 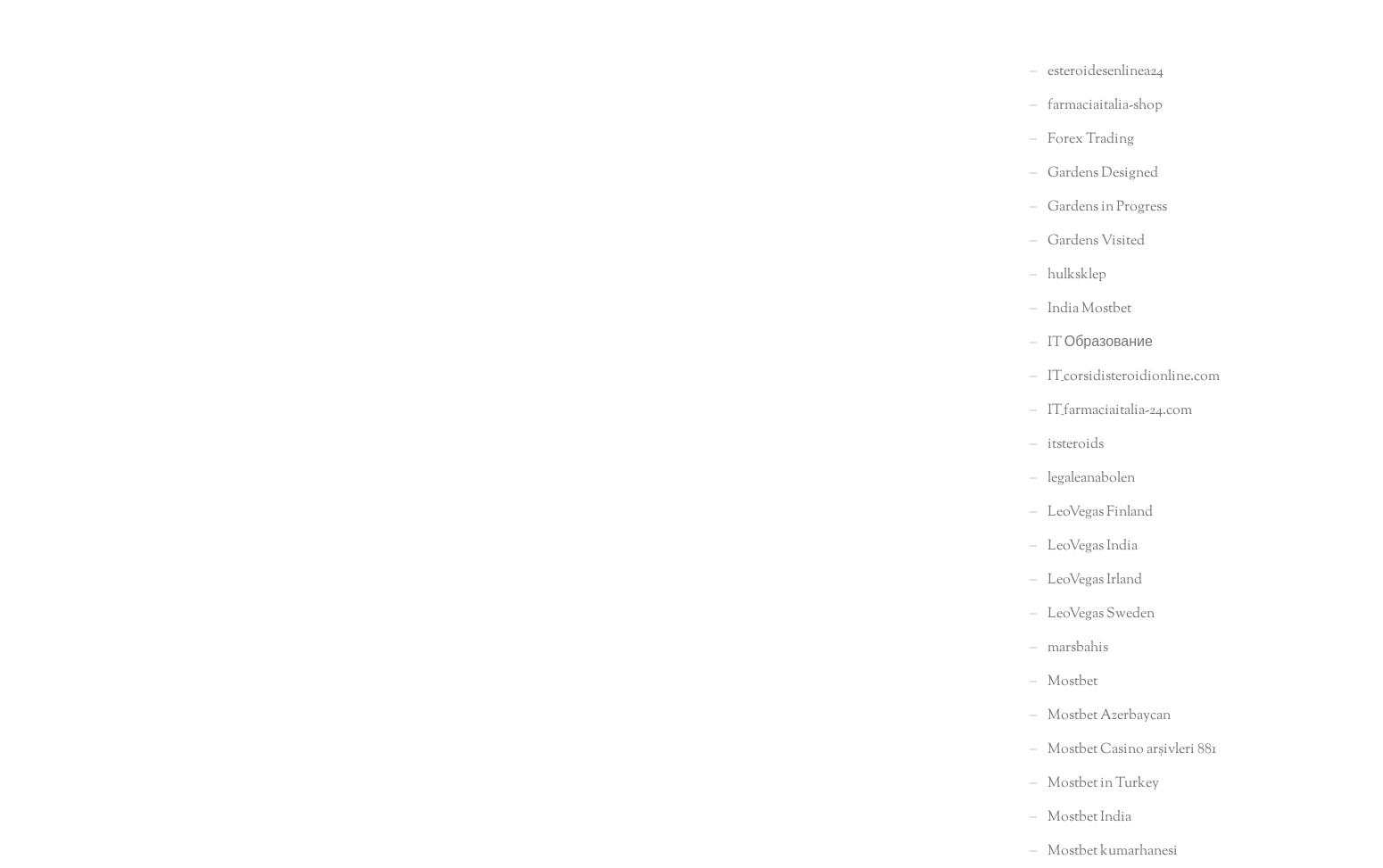 What do you see at coordinates (1090, 476) in the screenshot?
I see `'legaleanabolen'` at bounding box center [1090, 476].